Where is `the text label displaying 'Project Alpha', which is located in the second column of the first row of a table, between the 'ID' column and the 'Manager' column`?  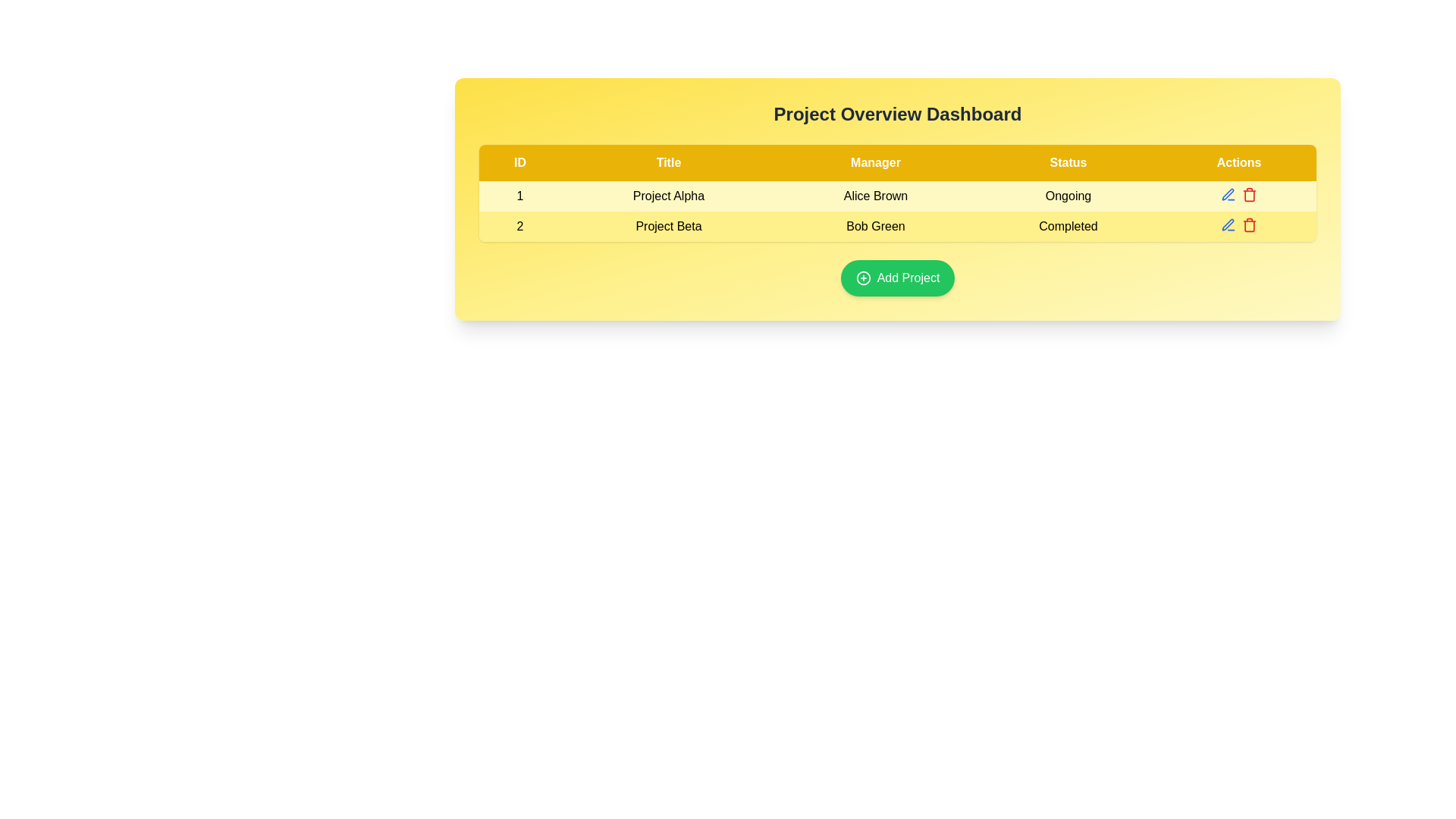
the text label displaying 'Project Alpha', which is located in the second column of the first row of a table, between the 'ID' column and the 'Manager' column is located at coordinates (668, 195).